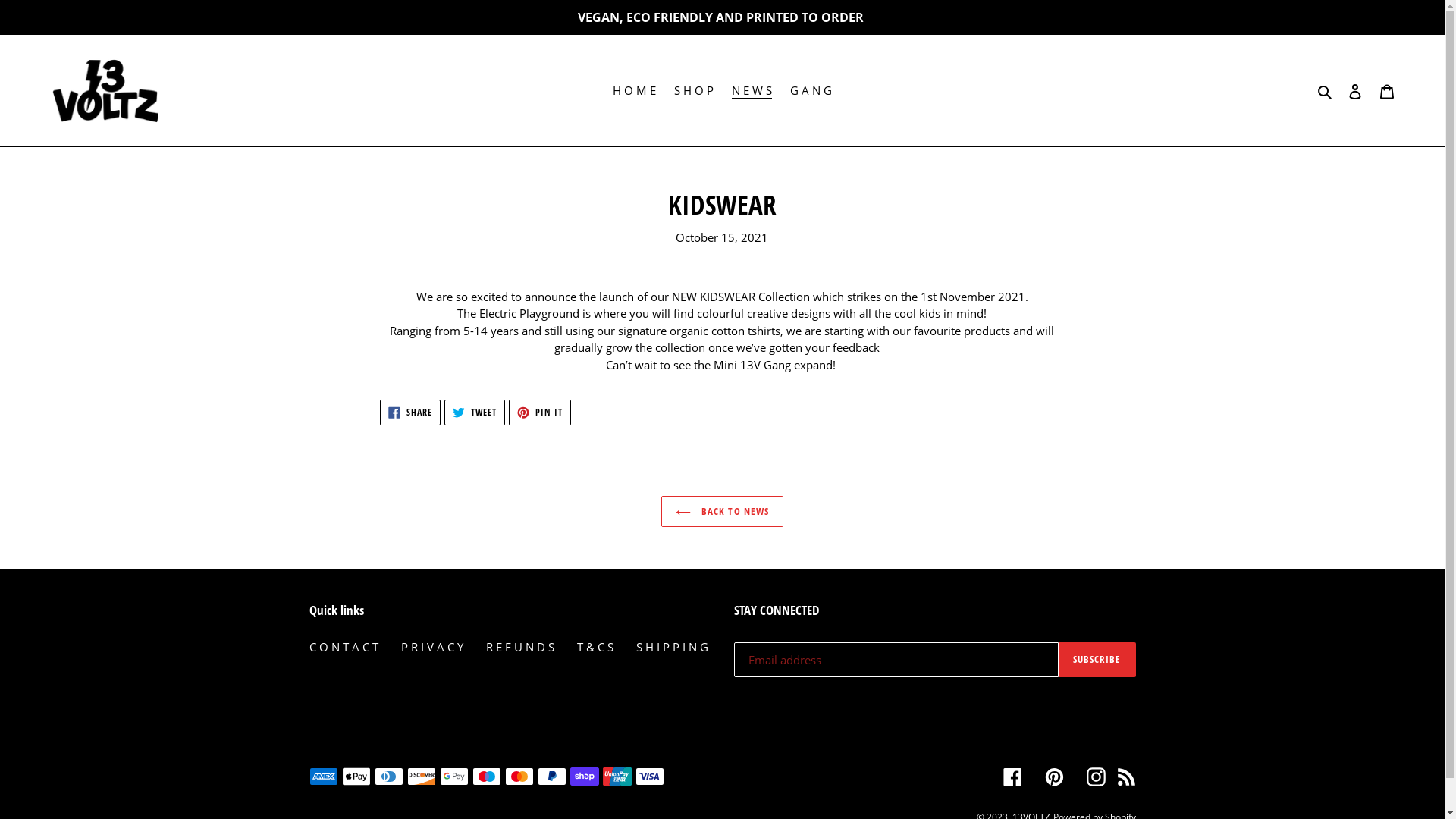 The height and width of the screenshot is (819, 1456). Describe the element at coordinates (1339, 90) in the screenshot. I see `'Log in'` at that location.